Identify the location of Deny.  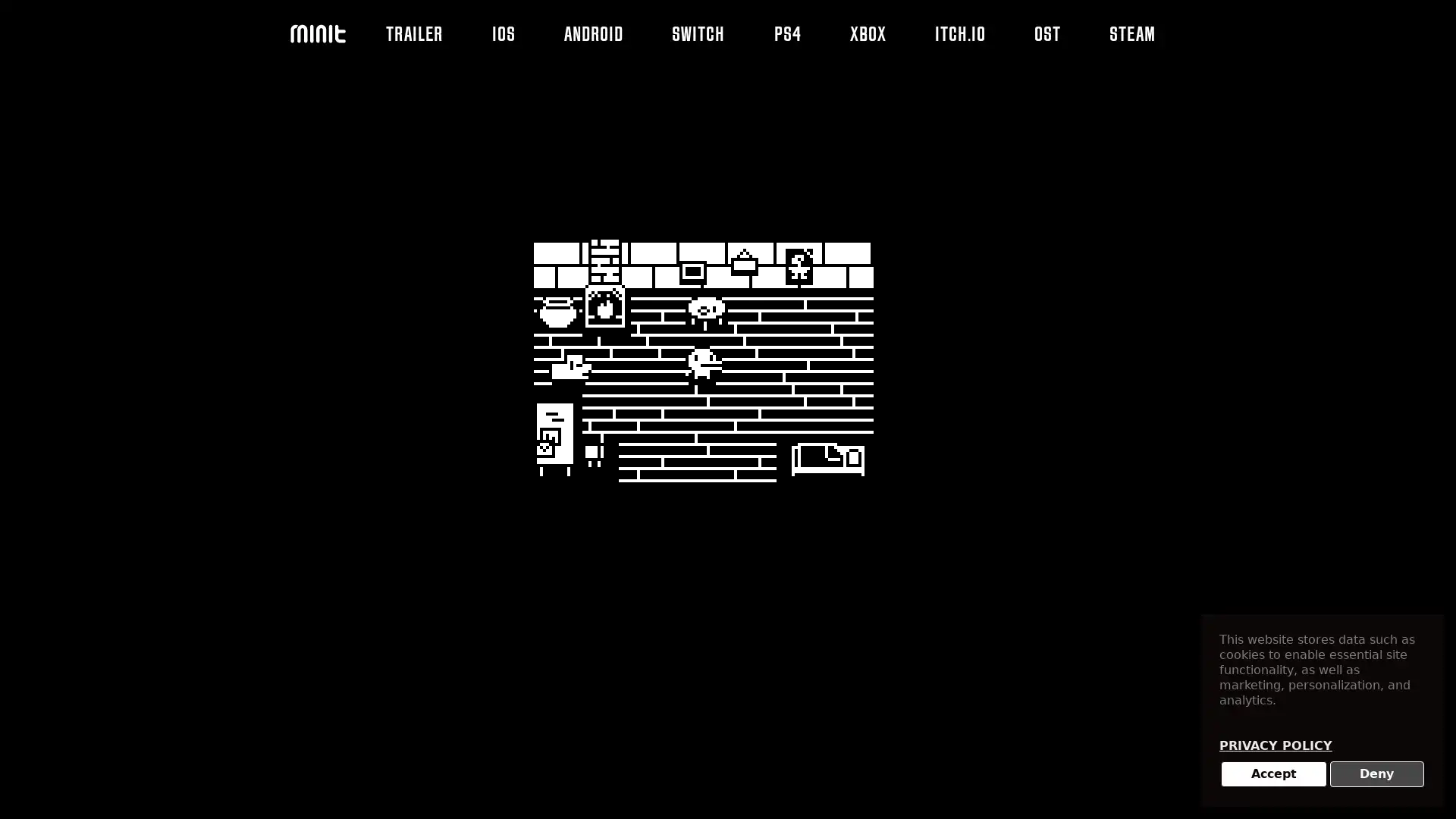
(1376, 774).